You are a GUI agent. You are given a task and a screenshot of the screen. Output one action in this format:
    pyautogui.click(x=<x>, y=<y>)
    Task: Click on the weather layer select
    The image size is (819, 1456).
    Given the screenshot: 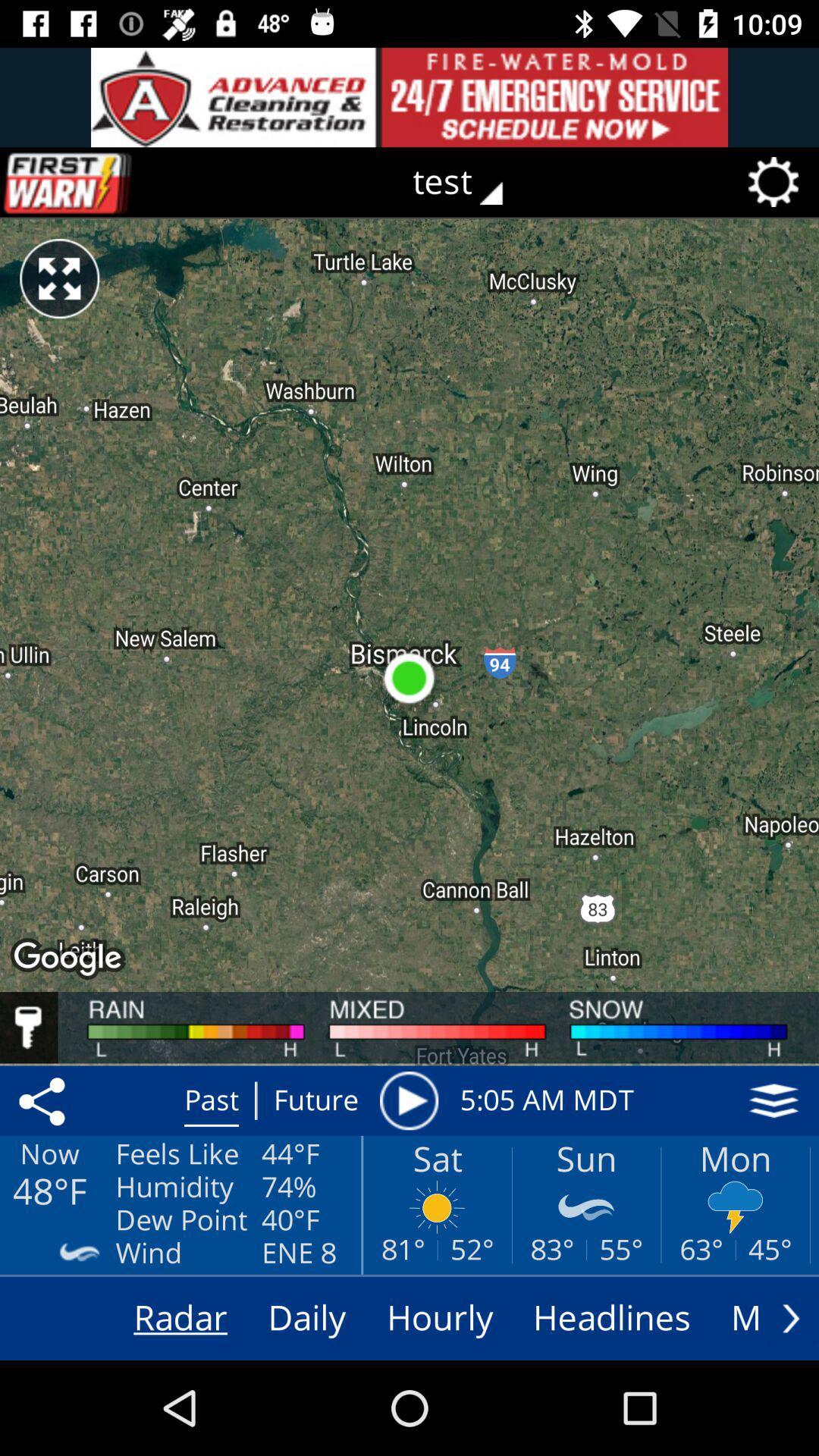 What is the action you would take?
    pyautogui.click(x=773, y=1100)
    